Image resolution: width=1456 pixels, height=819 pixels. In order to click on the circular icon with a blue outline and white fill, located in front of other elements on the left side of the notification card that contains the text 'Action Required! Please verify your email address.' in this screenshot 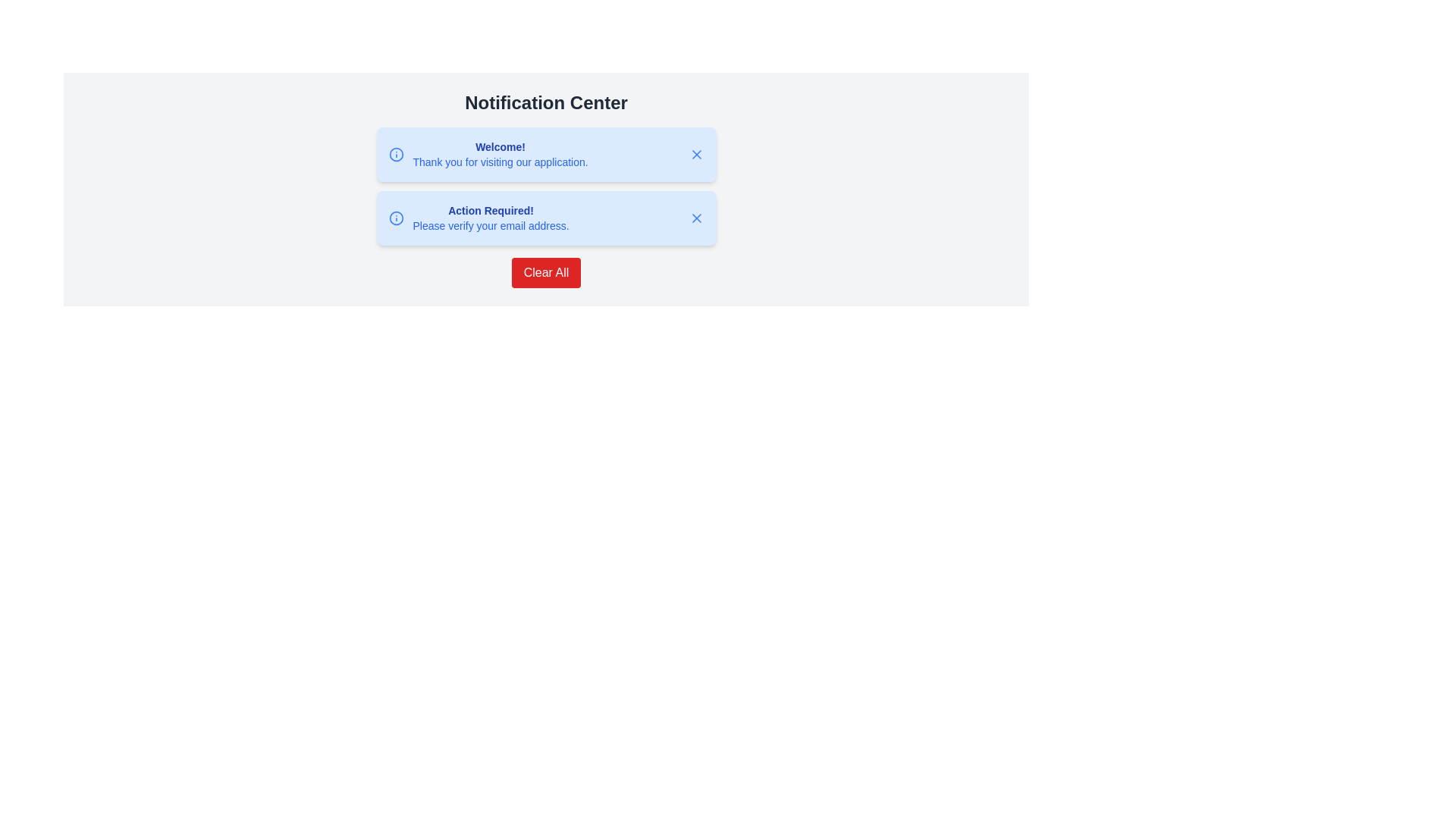, I will do `click(396, 218)`.